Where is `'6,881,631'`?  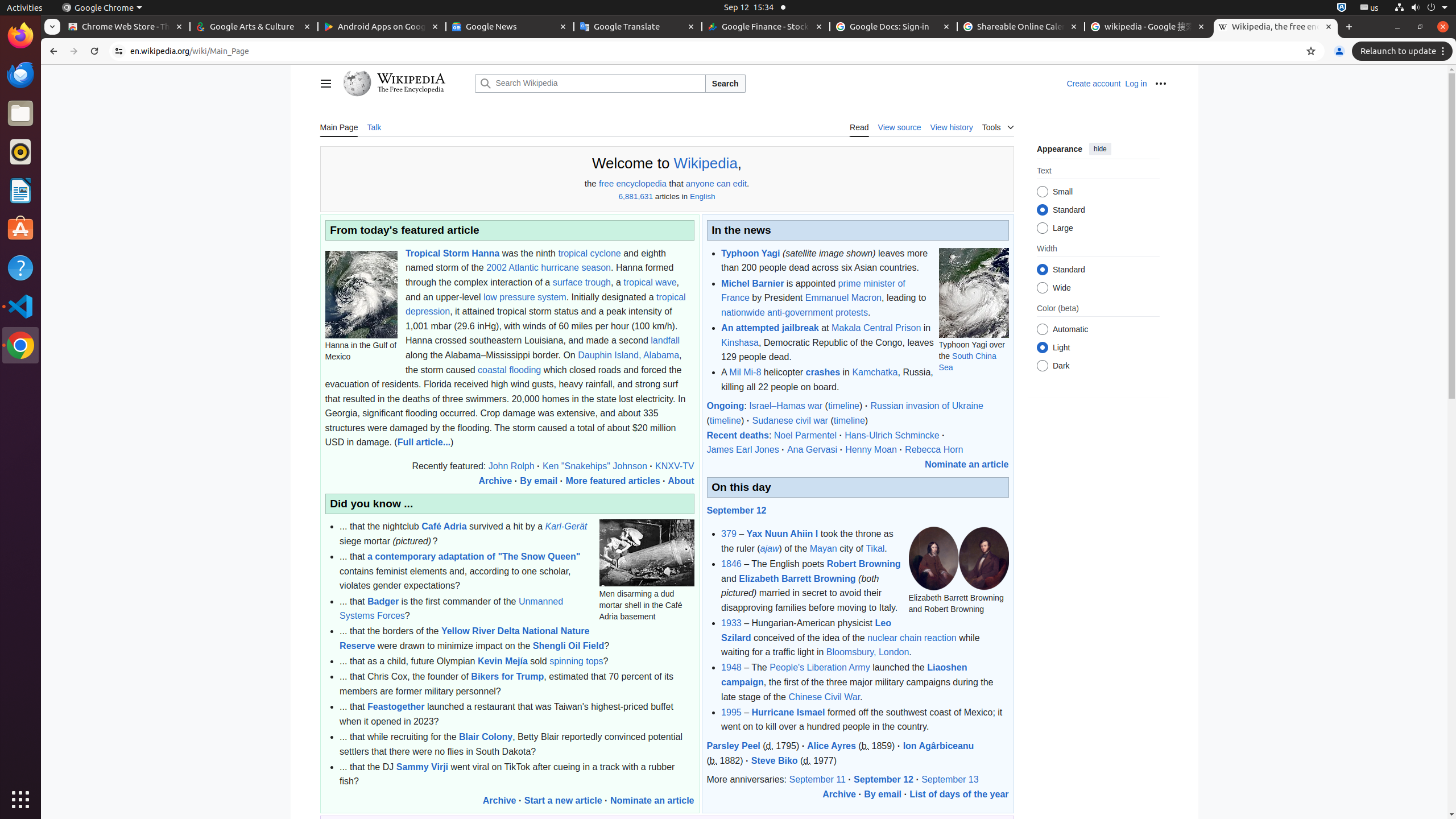 '6,881,631' is located at coordinates (635, 196).